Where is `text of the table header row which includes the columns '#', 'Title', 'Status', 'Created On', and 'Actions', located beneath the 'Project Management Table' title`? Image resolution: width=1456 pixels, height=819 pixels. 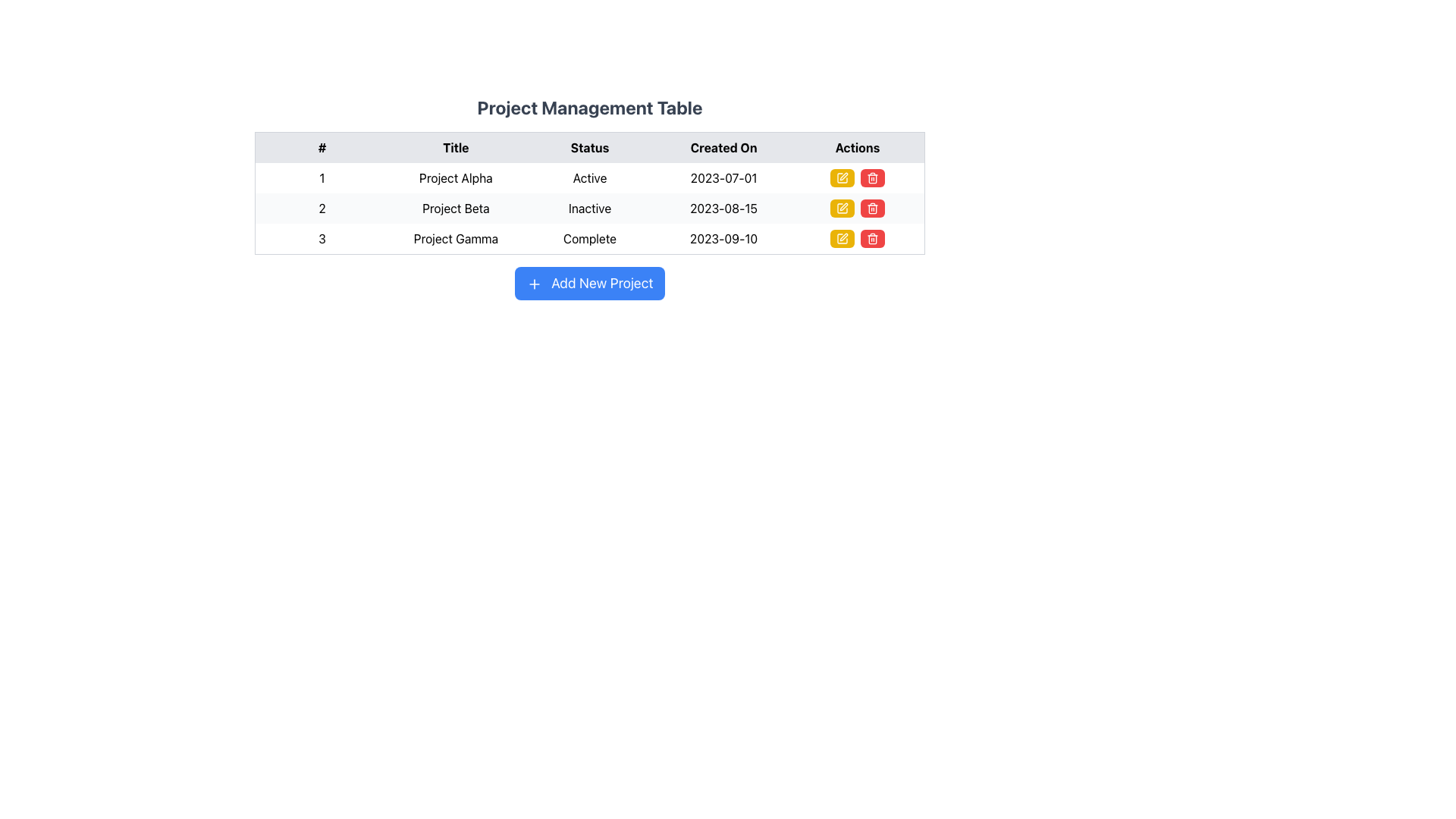 text of the table header row which includes the columns '#', 'Title', 'Status', 'Created On', and 'Actions', located beneath the 'Project Management Table' title is located at coordinates (588, 146).